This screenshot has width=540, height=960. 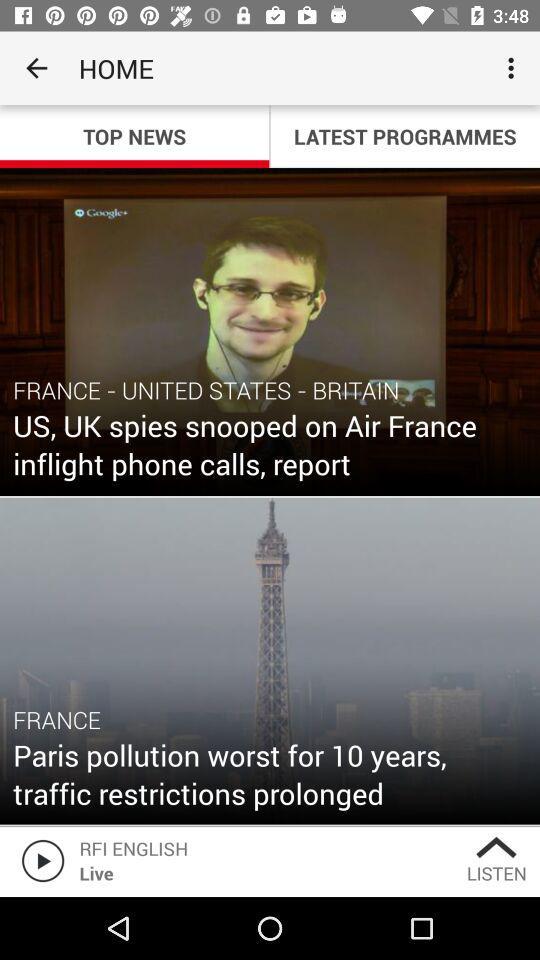 I want to click on the play icon, so click(x=39, y=859).